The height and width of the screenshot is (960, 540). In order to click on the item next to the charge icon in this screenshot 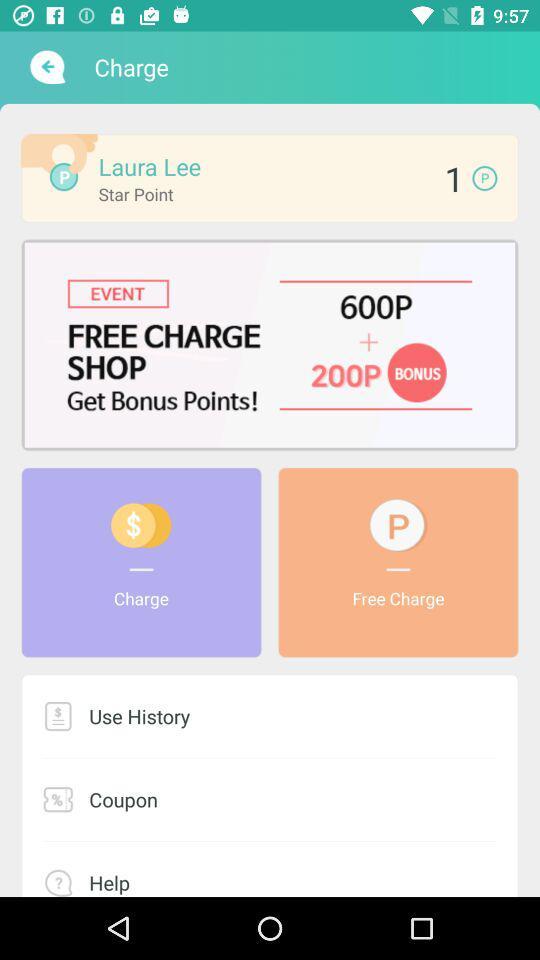, I will do `click(45, 67)`.